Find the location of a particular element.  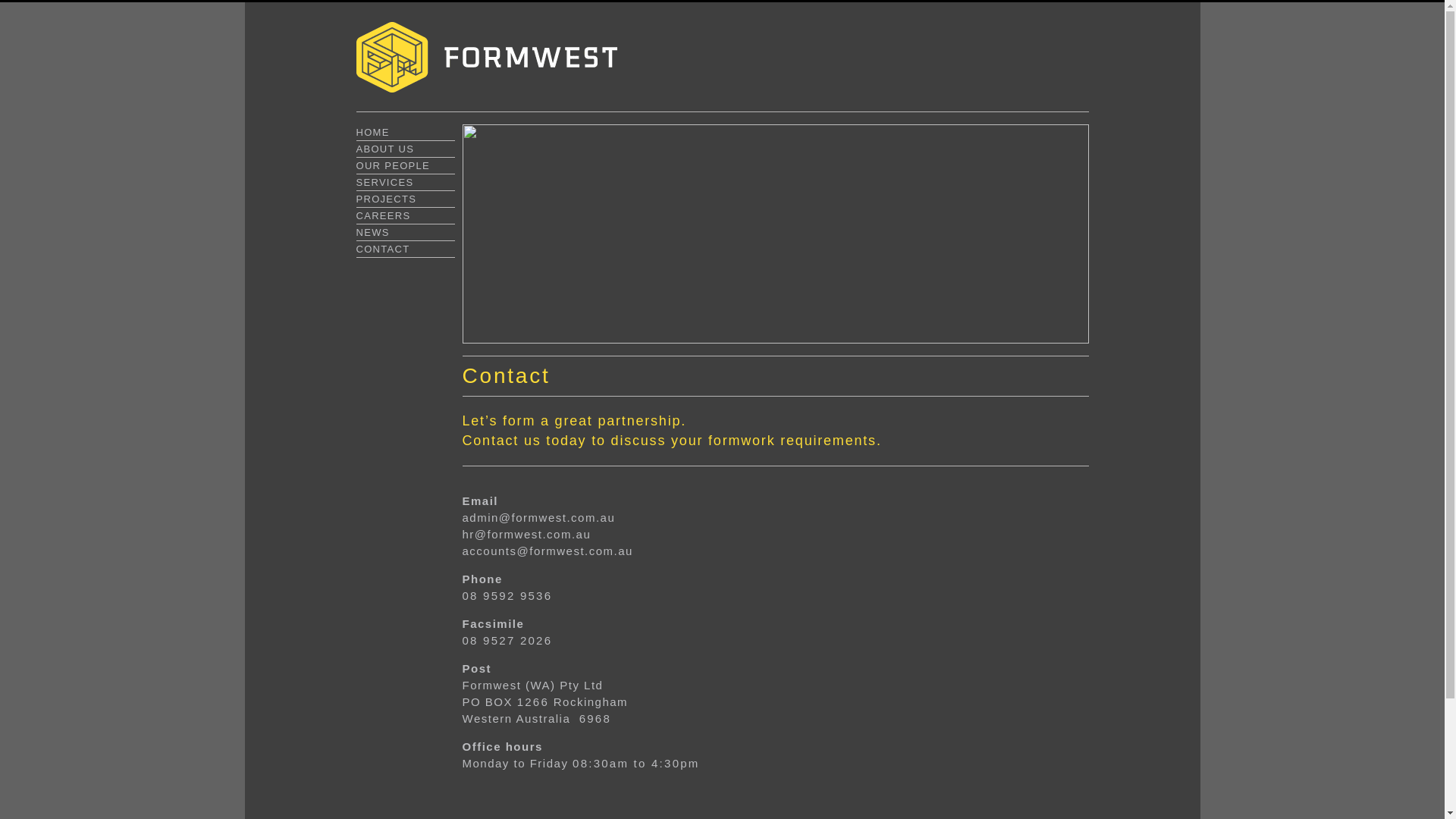

'accounts@formwest.com.au' is located at coordinates (547, 551).